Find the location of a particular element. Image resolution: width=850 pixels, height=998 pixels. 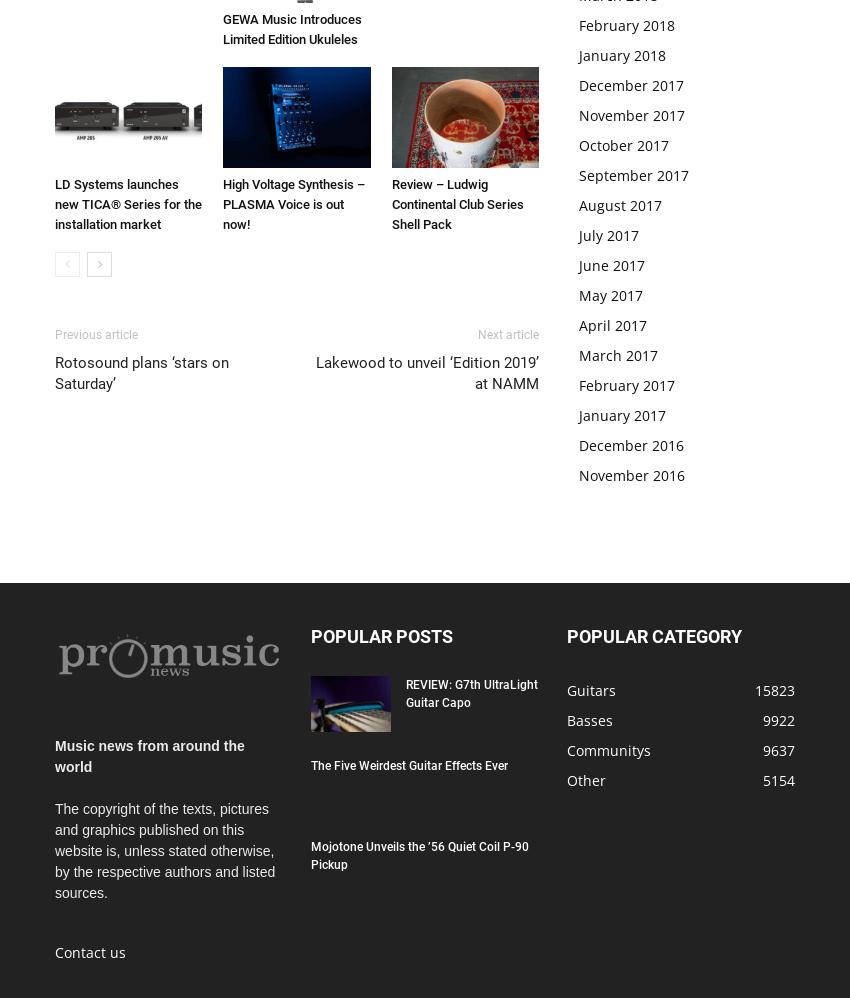

'POPULAR POSTS' is located at coordinates (380, 636).